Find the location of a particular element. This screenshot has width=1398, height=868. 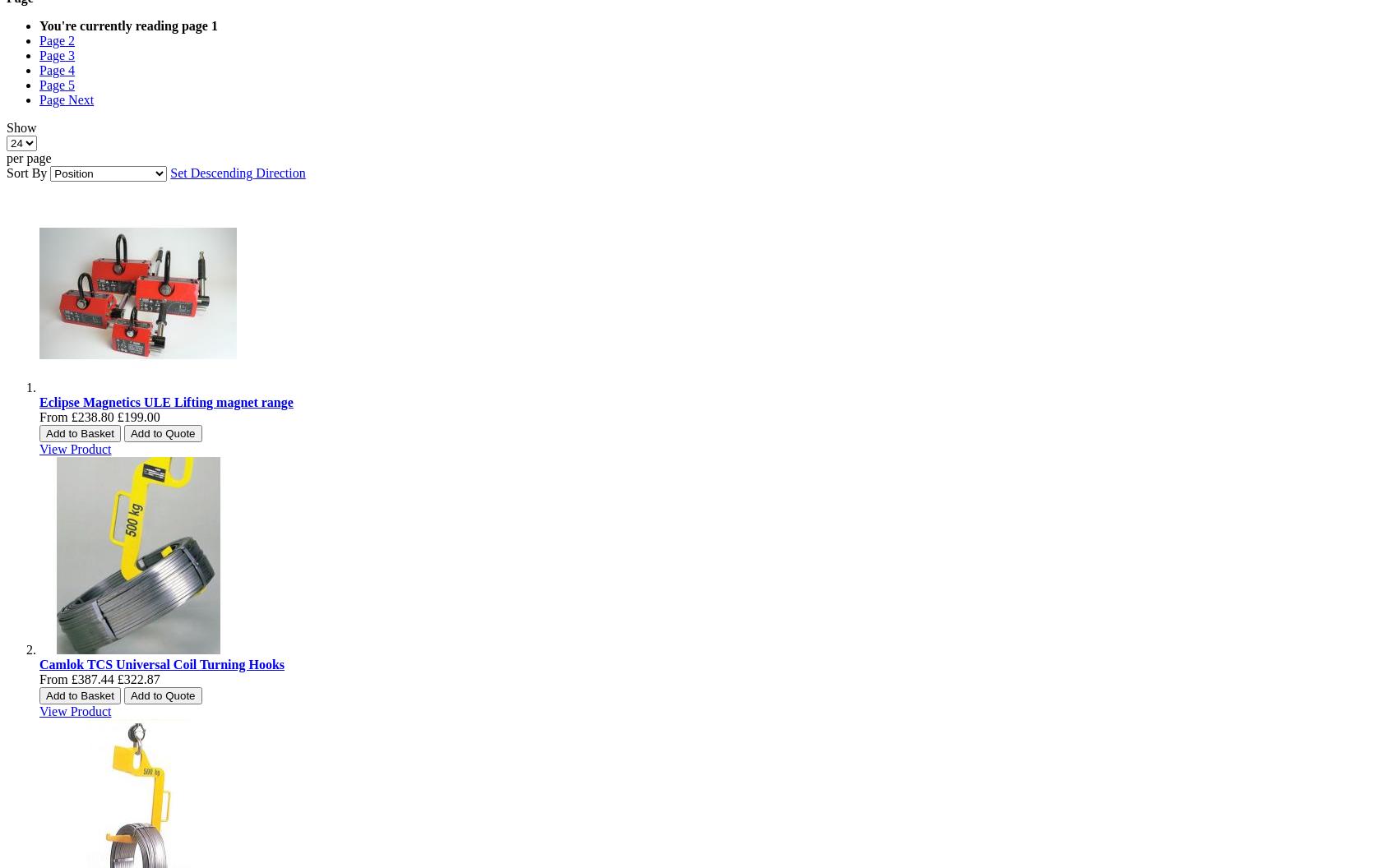

'Show' is located at coordinates (21, 127).